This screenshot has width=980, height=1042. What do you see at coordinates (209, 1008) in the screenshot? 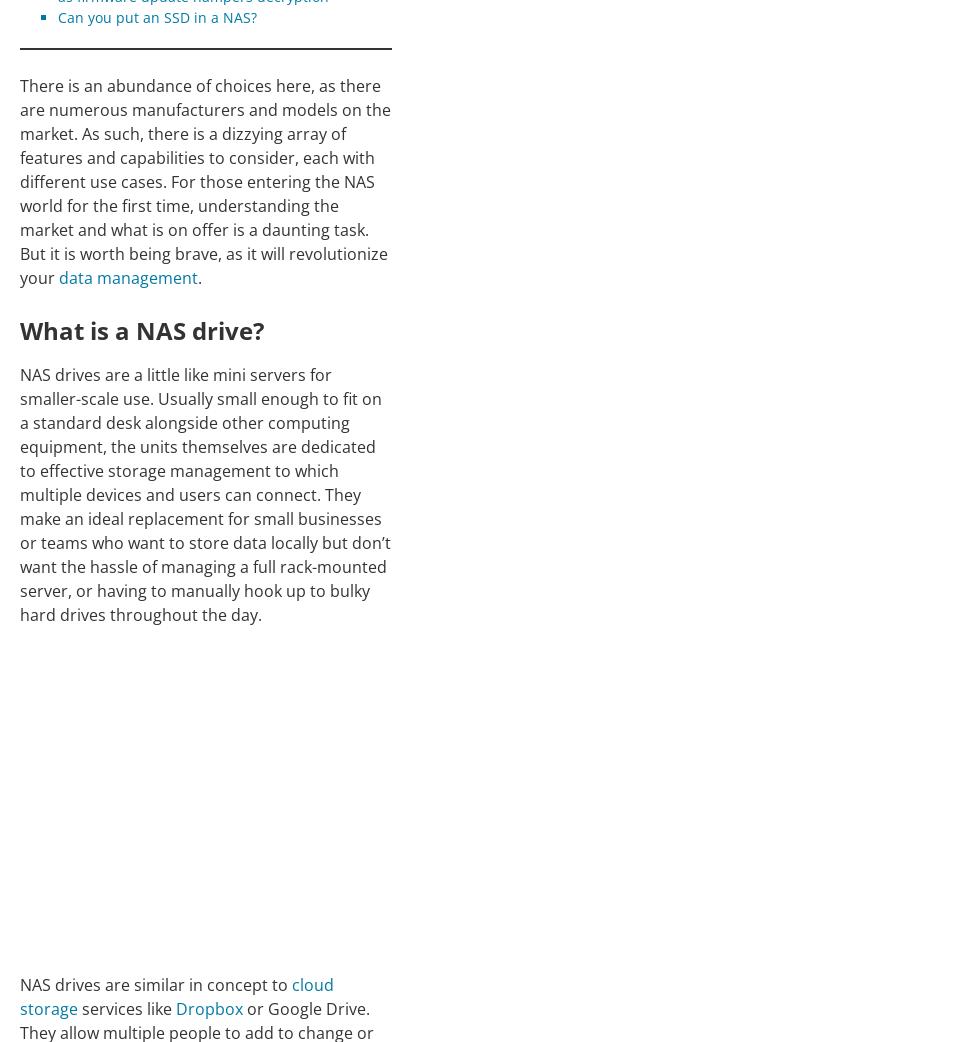
I see `'Dropbox'` at bounding box center [209, 1008].